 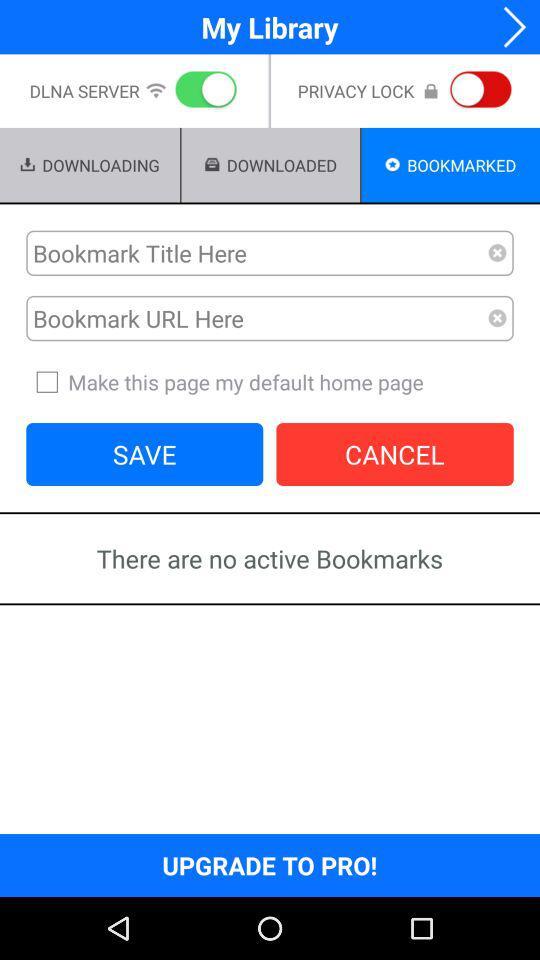 What do you see at coordinates (508, 28) in the screenshot?
I see `the arrow_forward icon` at bounding box center [508, 28].